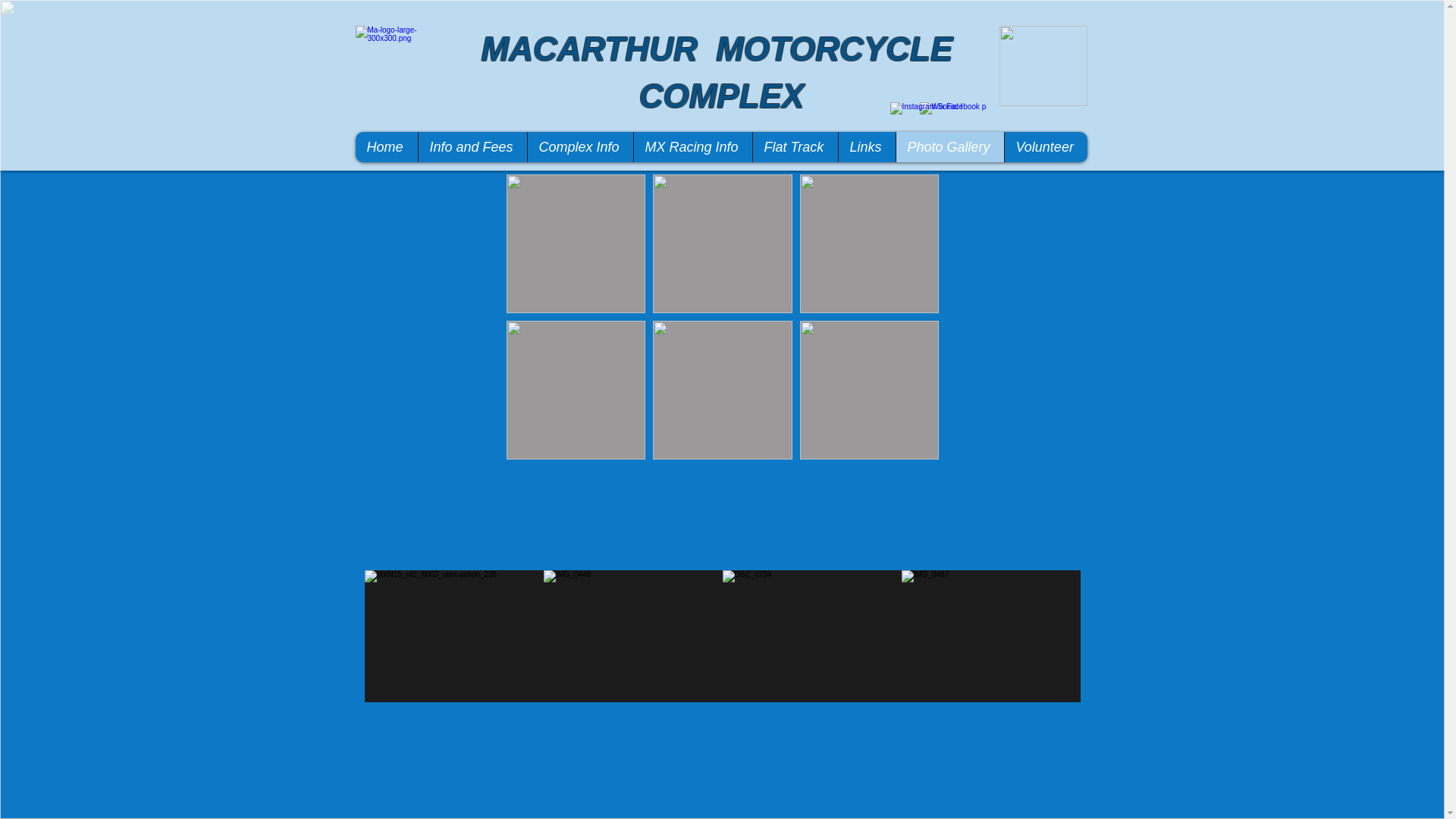 The image size is (1456, 819). What do you see at coordinates (632, 146) in the screenshot?
I see `'MX Racing Info'` at bounding box center [632, 146].